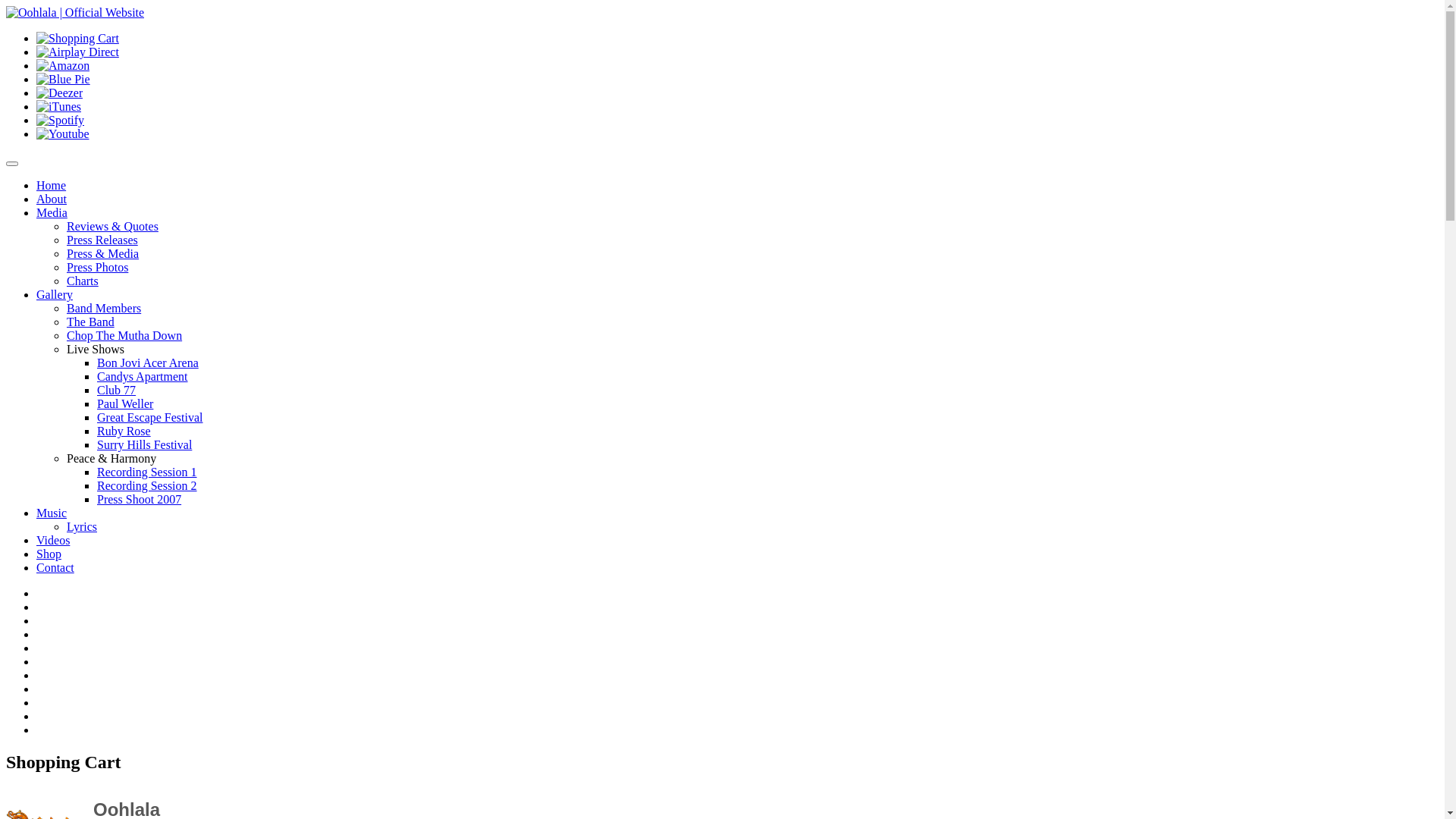 This screenshot has height=819, width=1456. What do you see at coordinates (96, 266) in the screenshot?
I see `'Press Photos'` at bounding box center [96, 266].